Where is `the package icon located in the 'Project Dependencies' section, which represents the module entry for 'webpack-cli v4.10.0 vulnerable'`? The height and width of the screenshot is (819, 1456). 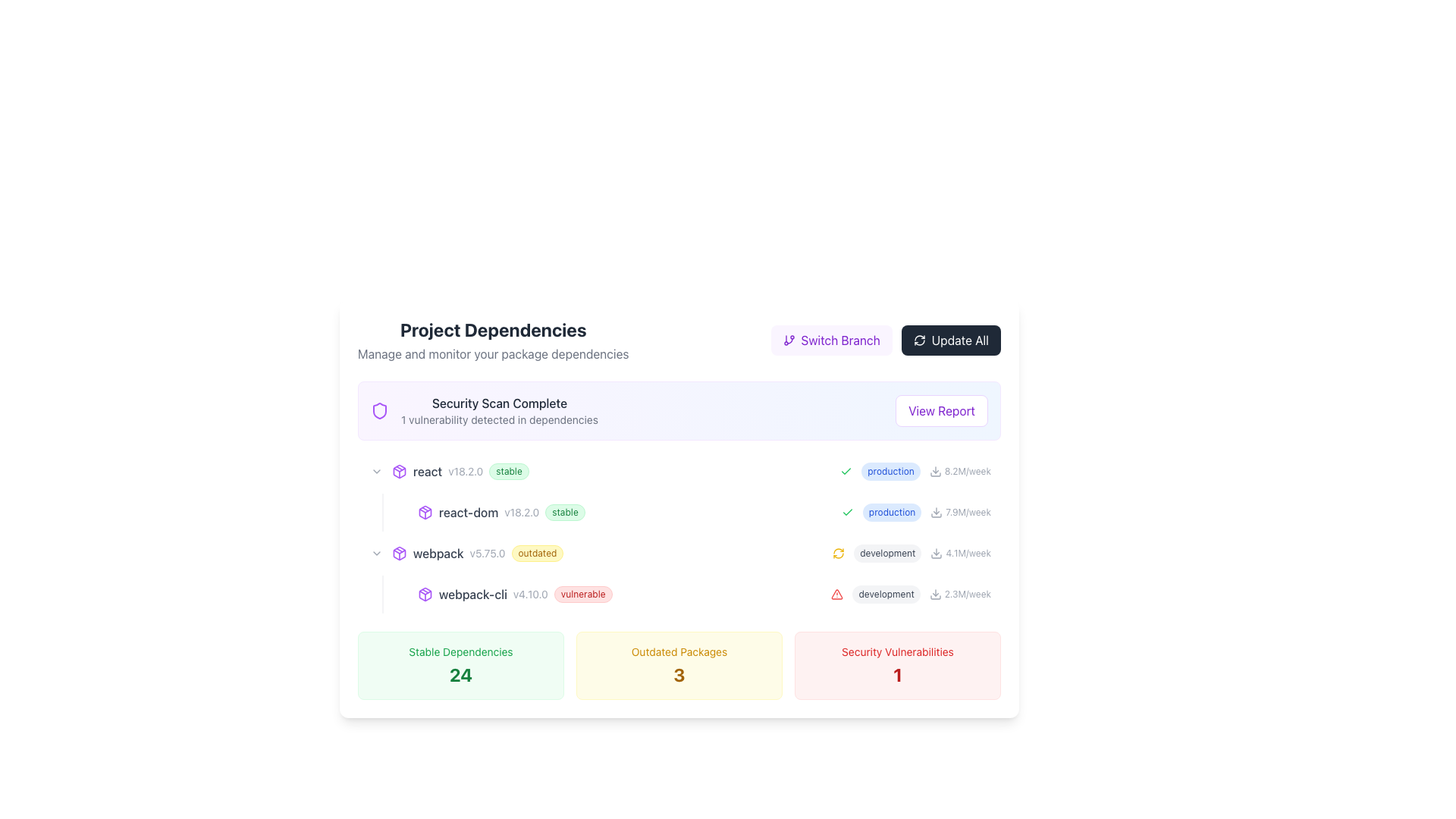 the package icon located in the 'Project Dependencies' section, which represents the module entry for 'webpack-cli v4.10.0 vulnerable' is located at coordinates (425, 593).